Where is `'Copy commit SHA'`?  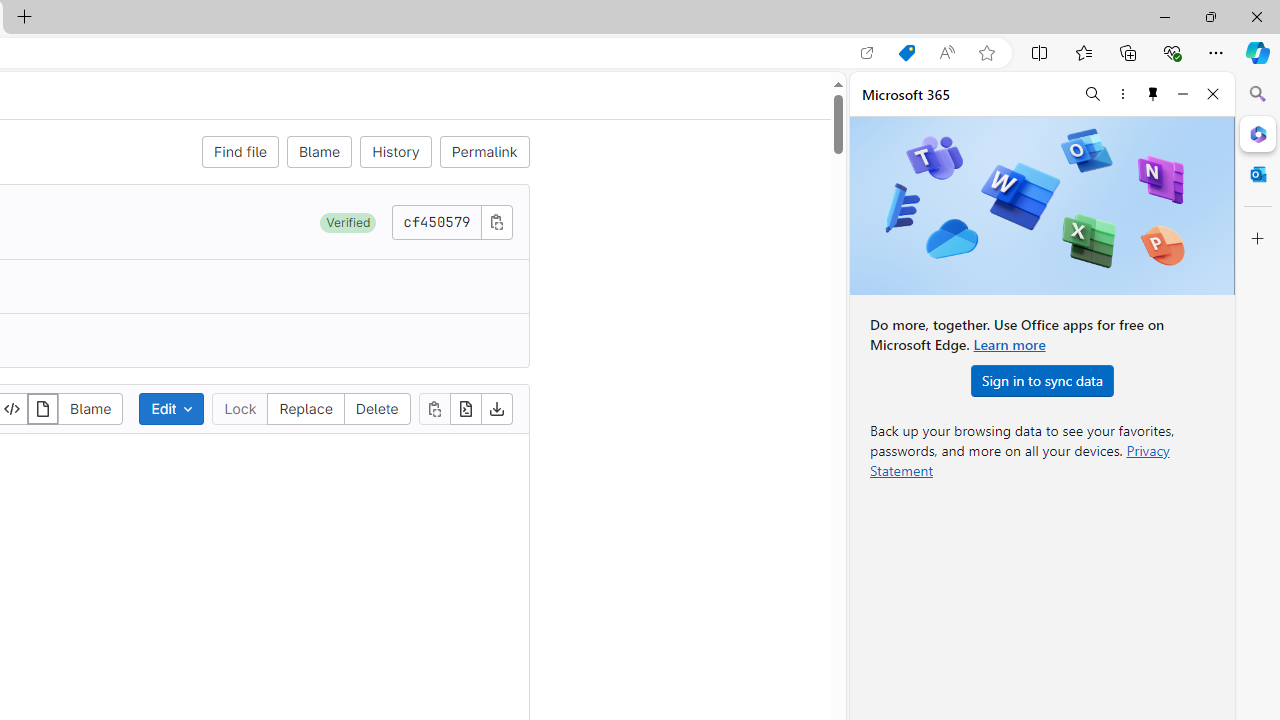
'Copy commit SHA' is located at coordinates (496, 221).